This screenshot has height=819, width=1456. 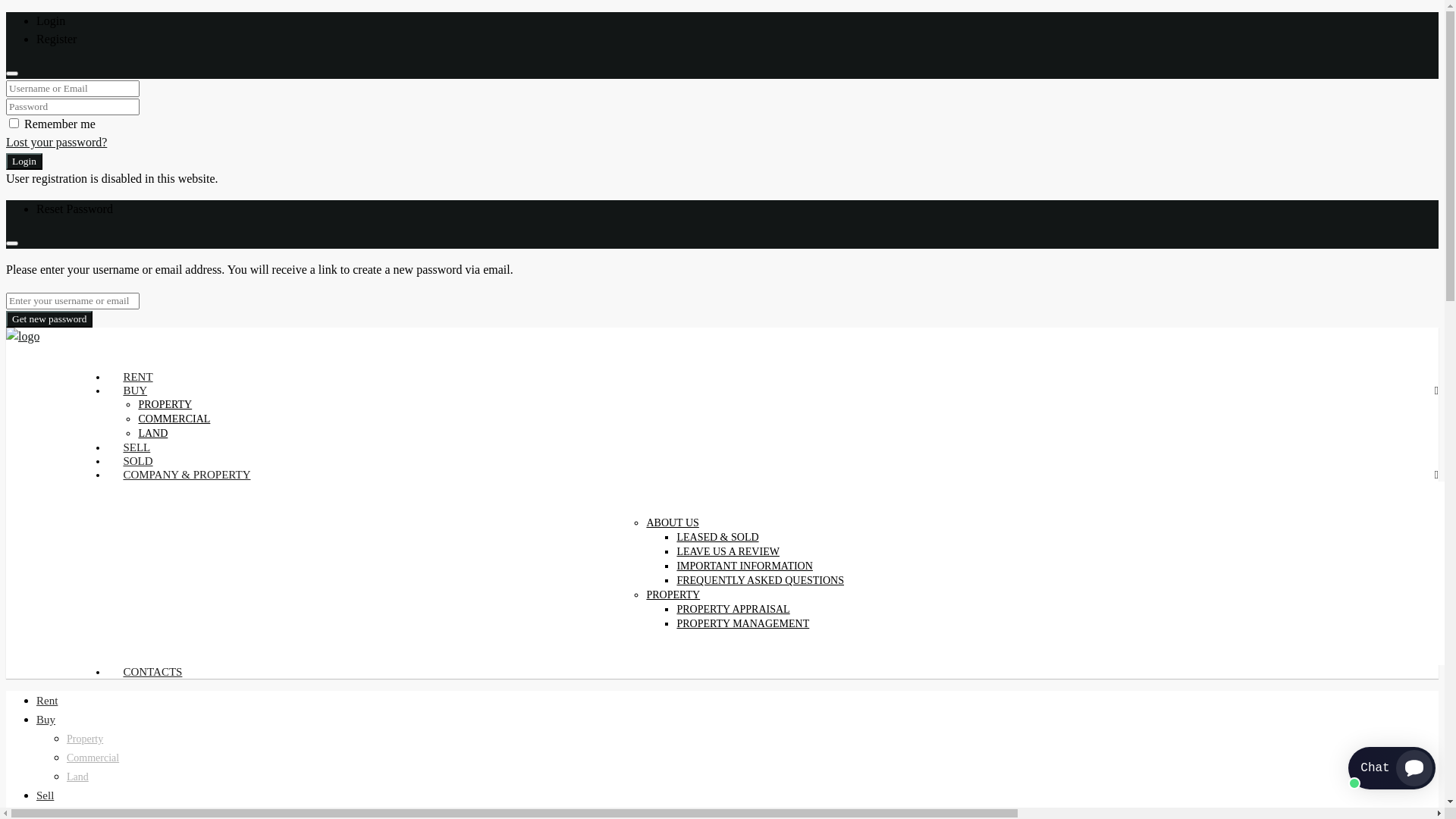 I want to click on 'ABOUT US', so click(x=671, y=522).